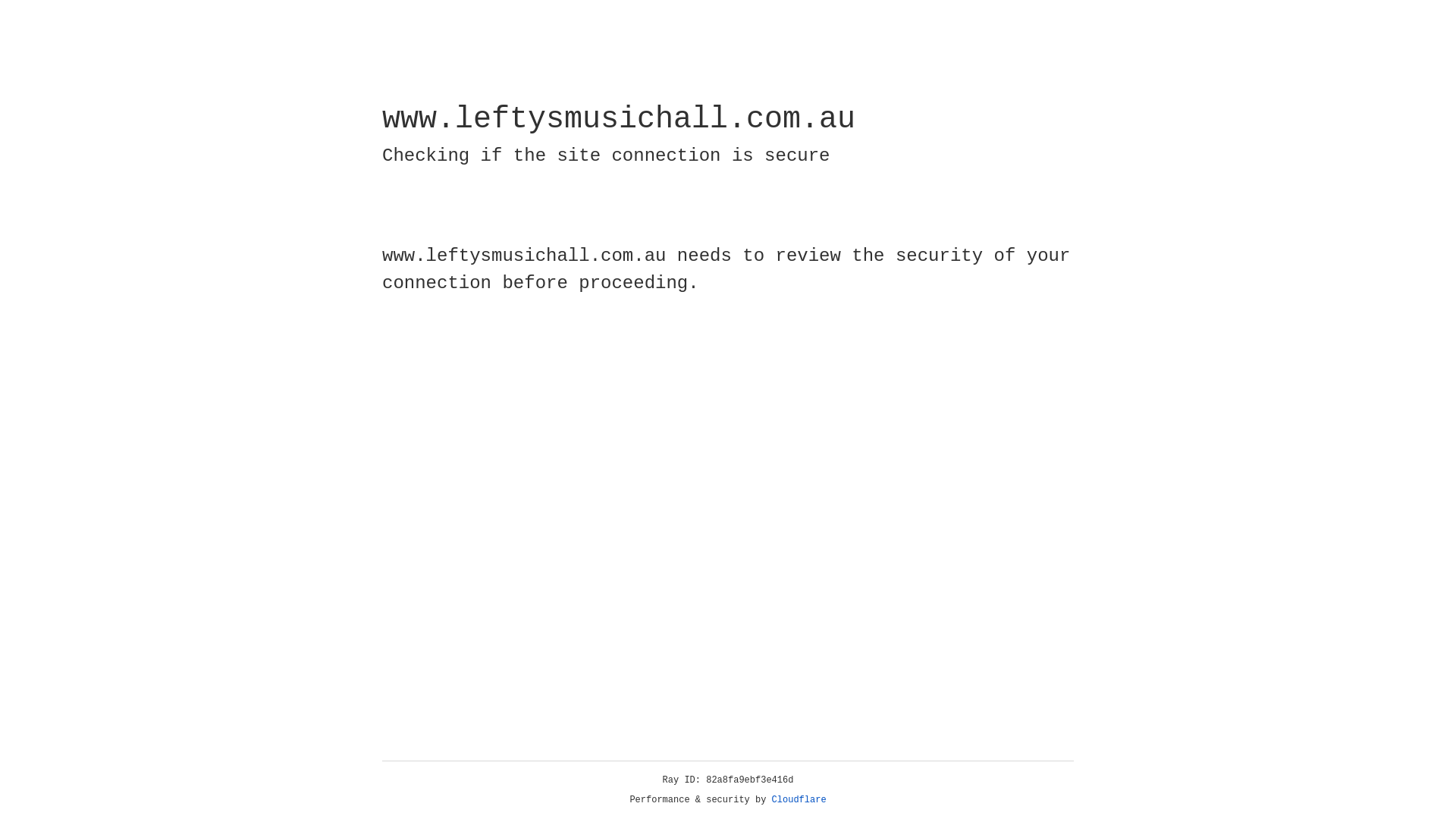  I want to click on 'Cloudflare', so click(771, 799).